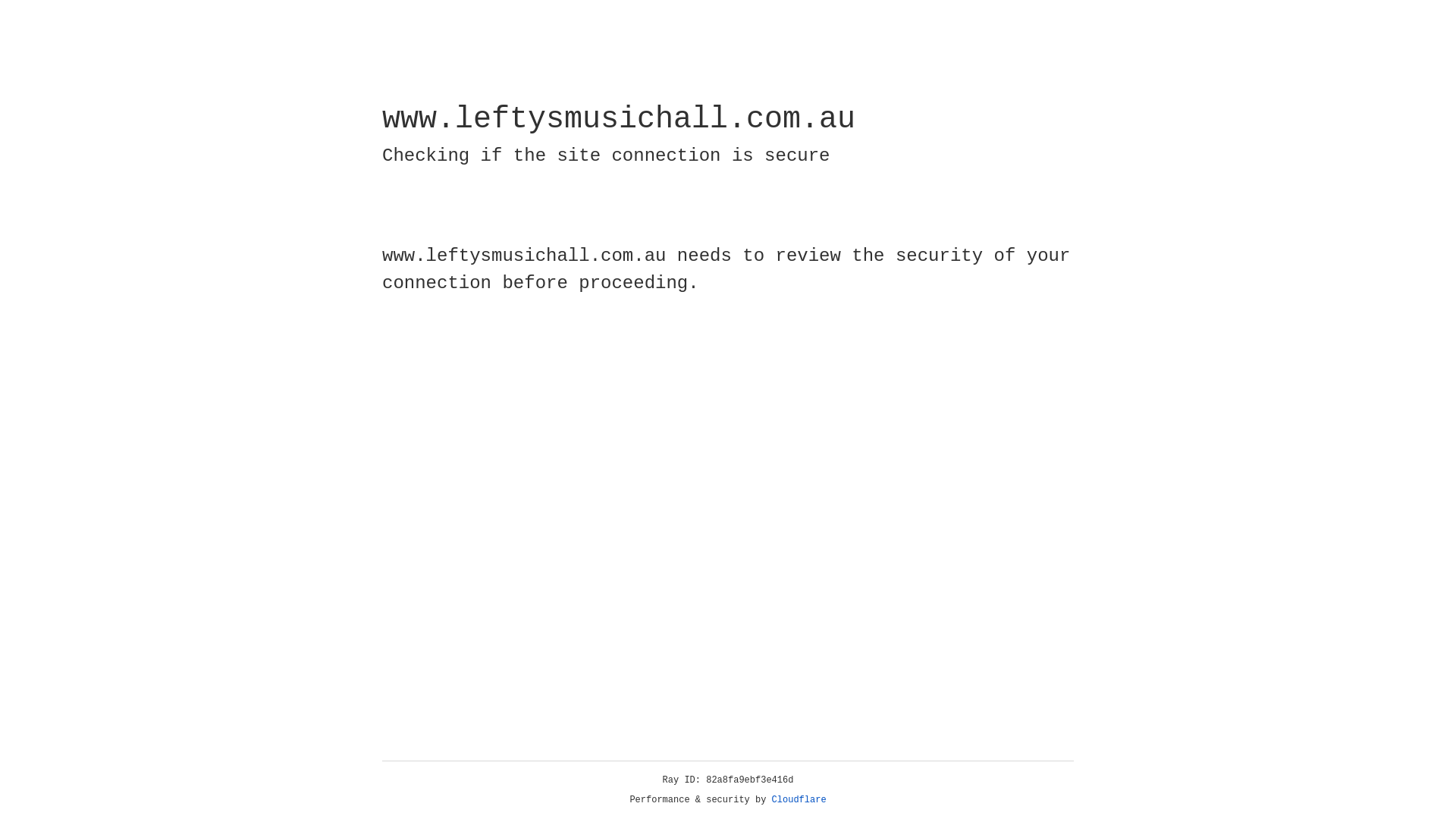  I want to click on 'Cloudflare', so click(771, 799).